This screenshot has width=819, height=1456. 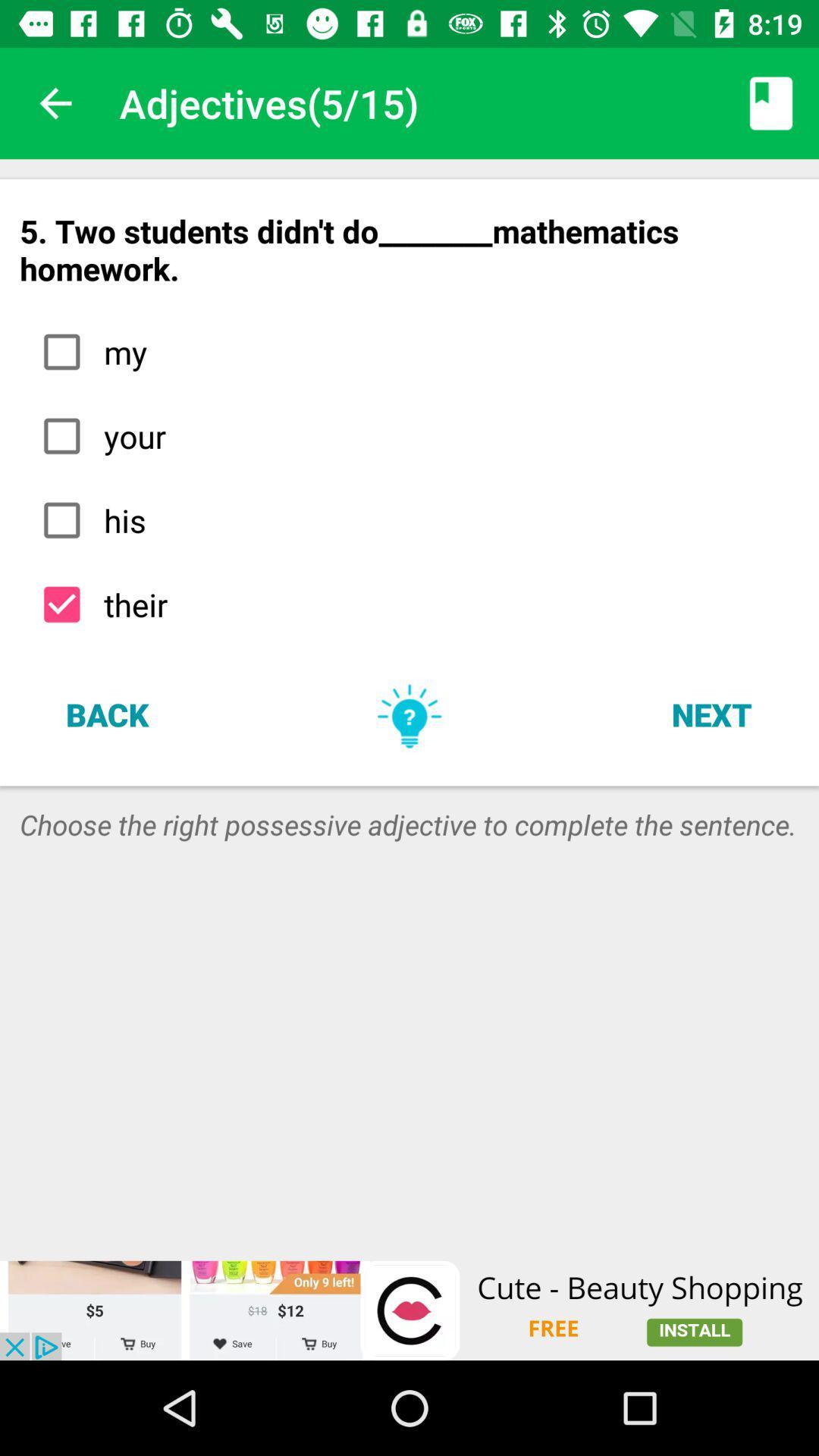 What do you see at coordinates (711, 713) in the screenshot?
I see `the text which is right of the light icon` at bounding box center [711, 713].